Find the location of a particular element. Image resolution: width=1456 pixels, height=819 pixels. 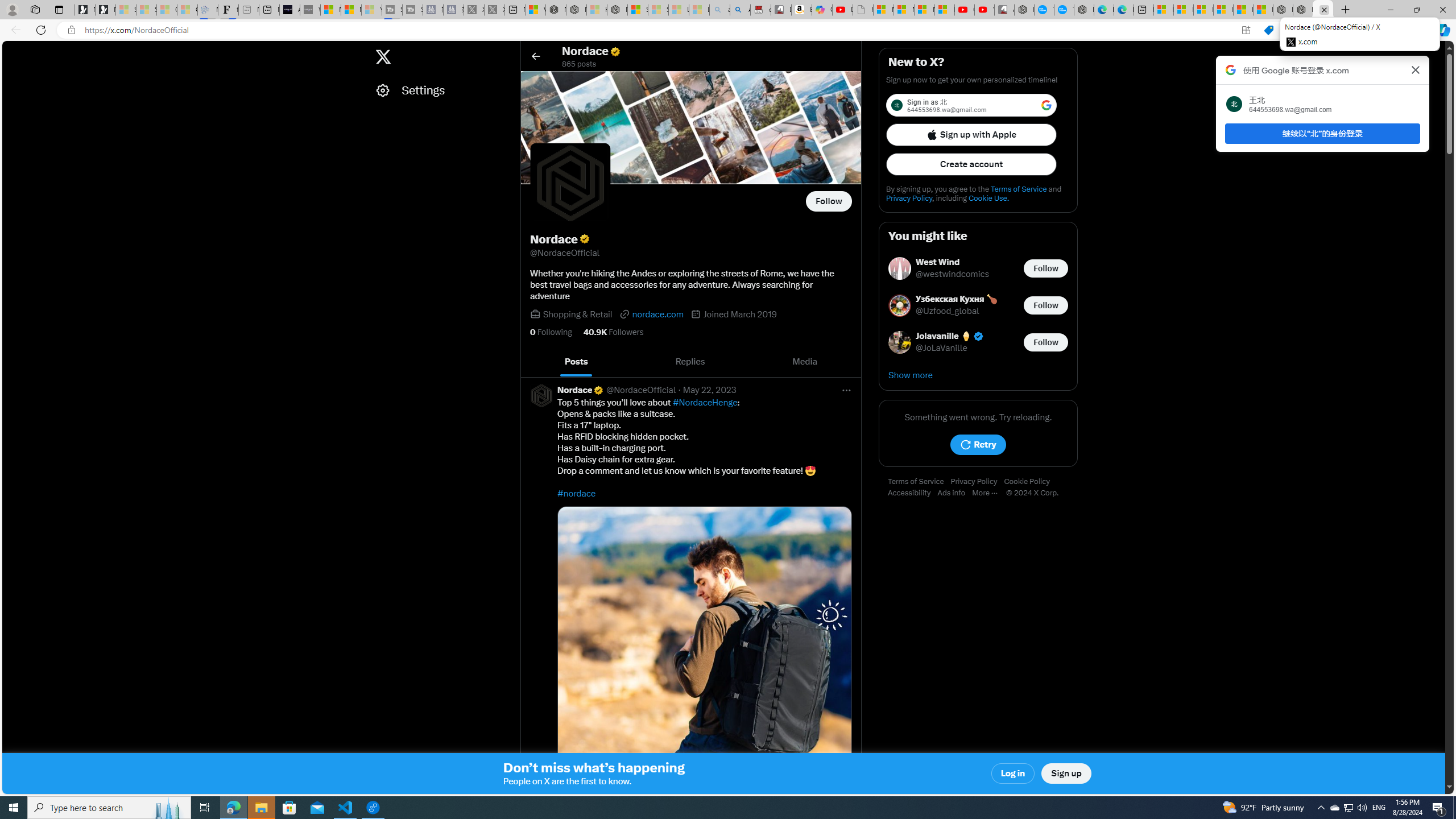

'View site information' is located at coordinates (71, 30).